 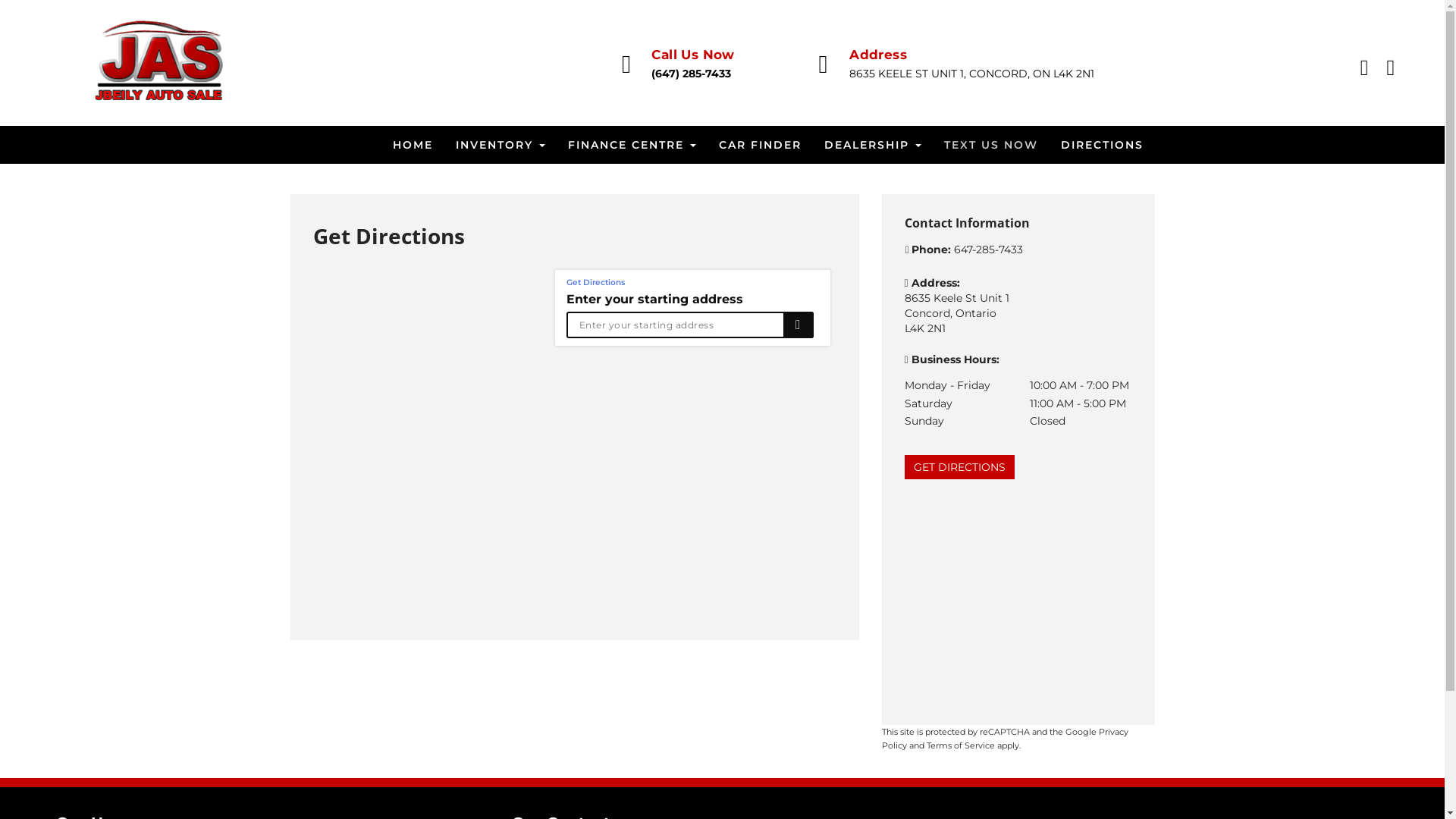 I want to click on 'FINANCE CENTRE', so click(x=632, y=145).